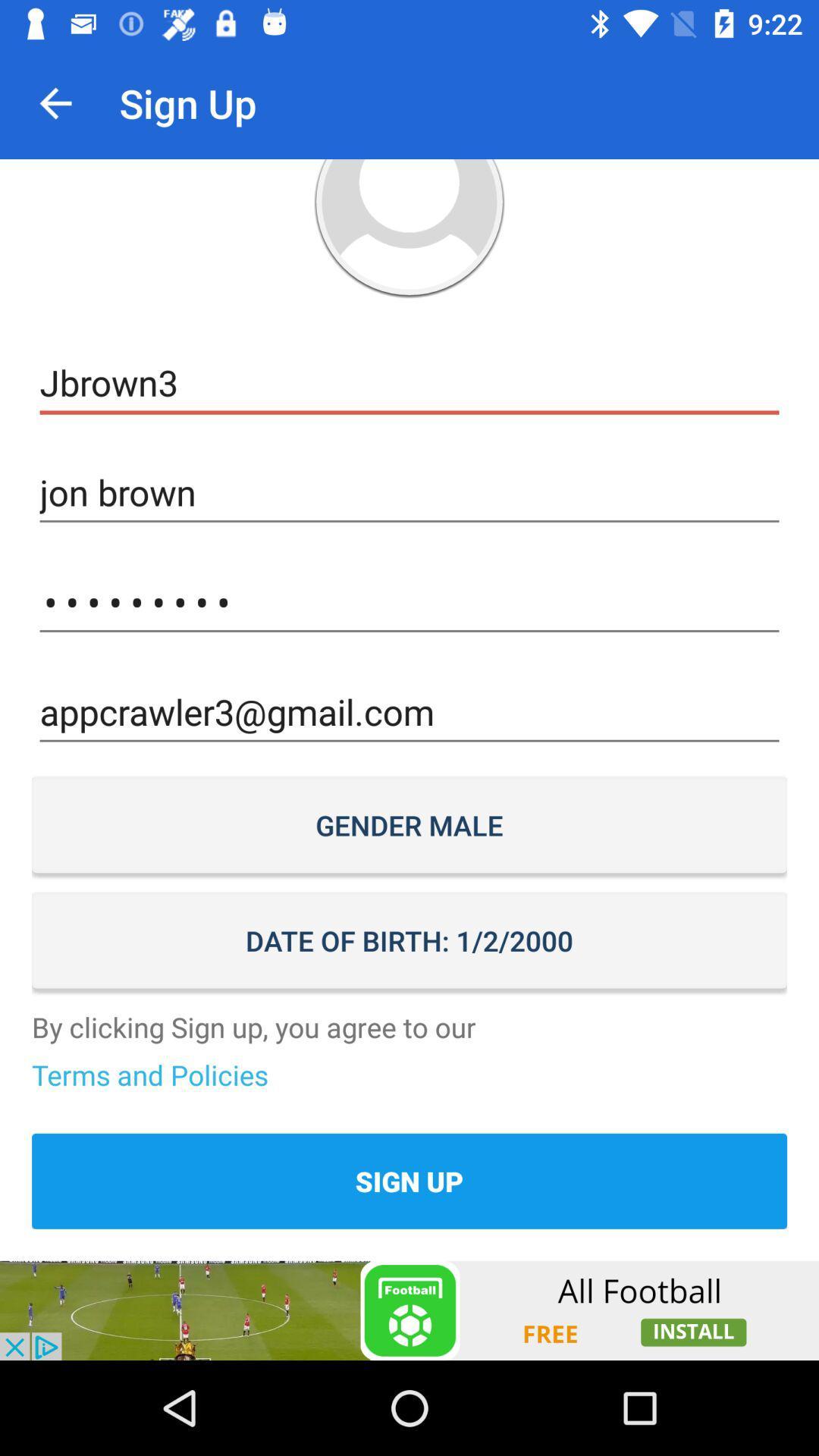 The height and width of the screenshot is (1456, 819). What do you see at coordinates (409, 227) in the screenshot?
I see `change user photo` at bounding box center [409, 227].